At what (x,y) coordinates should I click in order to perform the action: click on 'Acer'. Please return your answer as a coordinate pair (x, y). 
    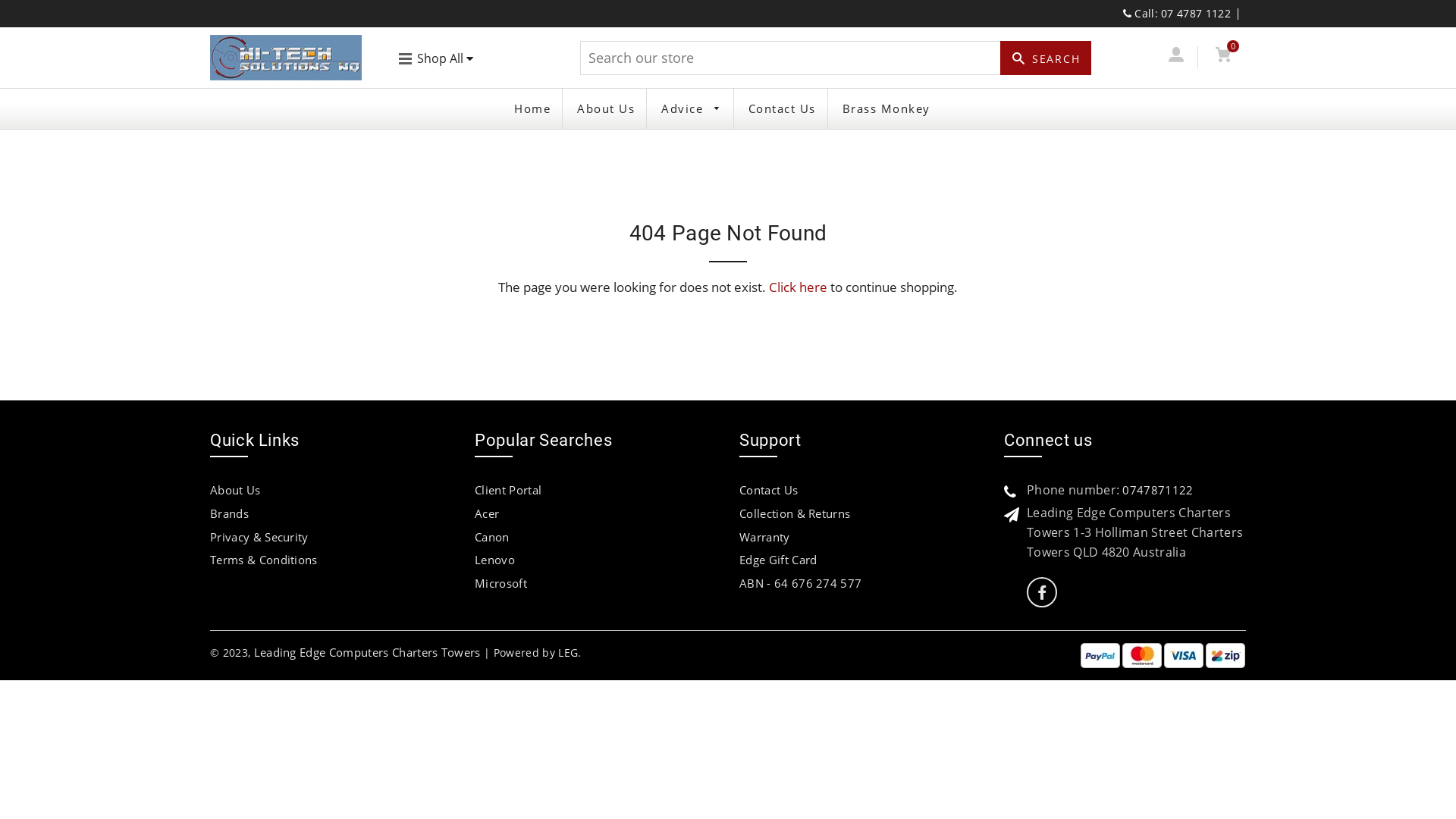
    Looking at the image, I should click on (487, 513).